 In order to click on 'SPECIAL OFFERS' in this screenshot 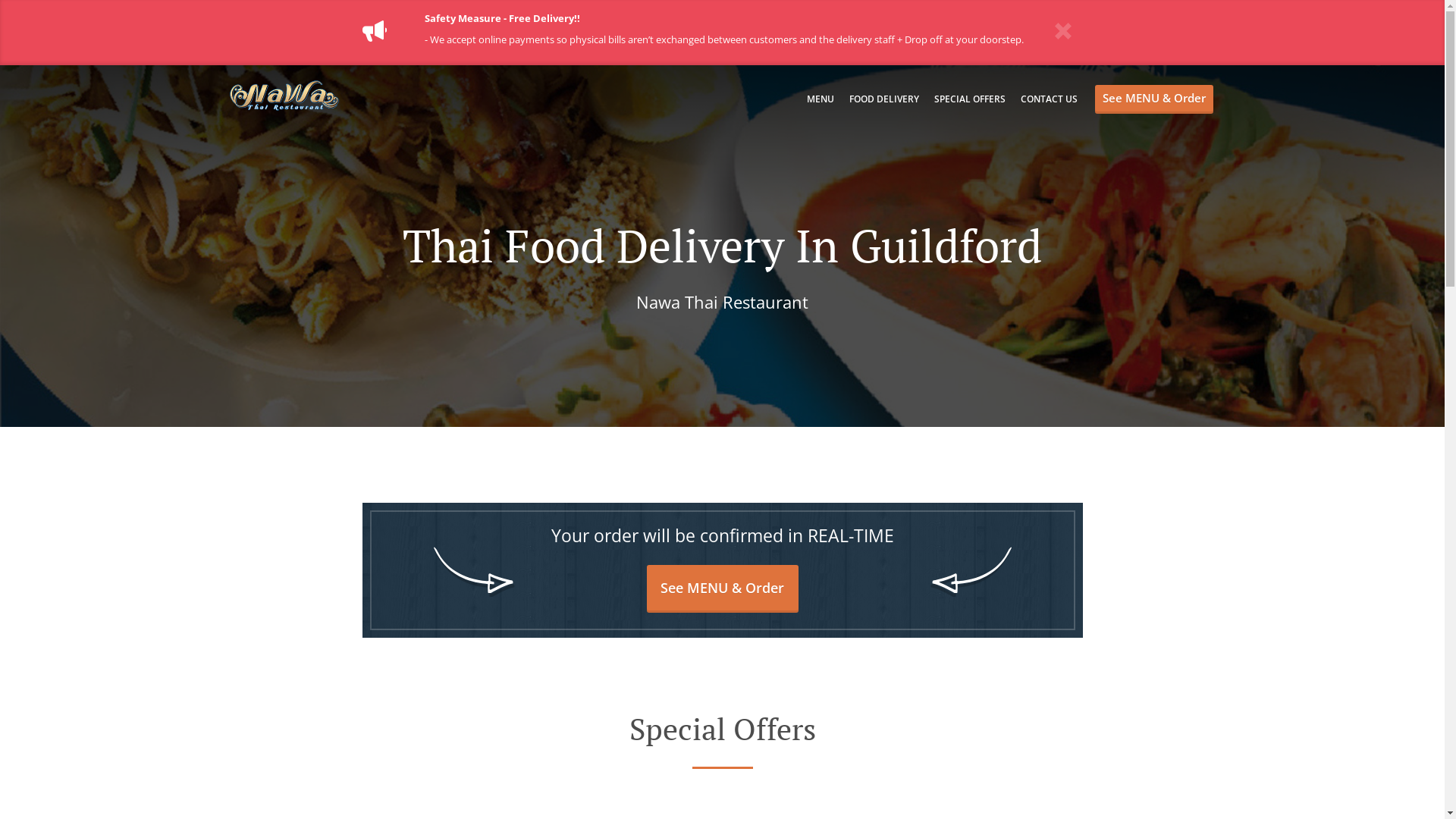, I will do `click(968, 99)`.